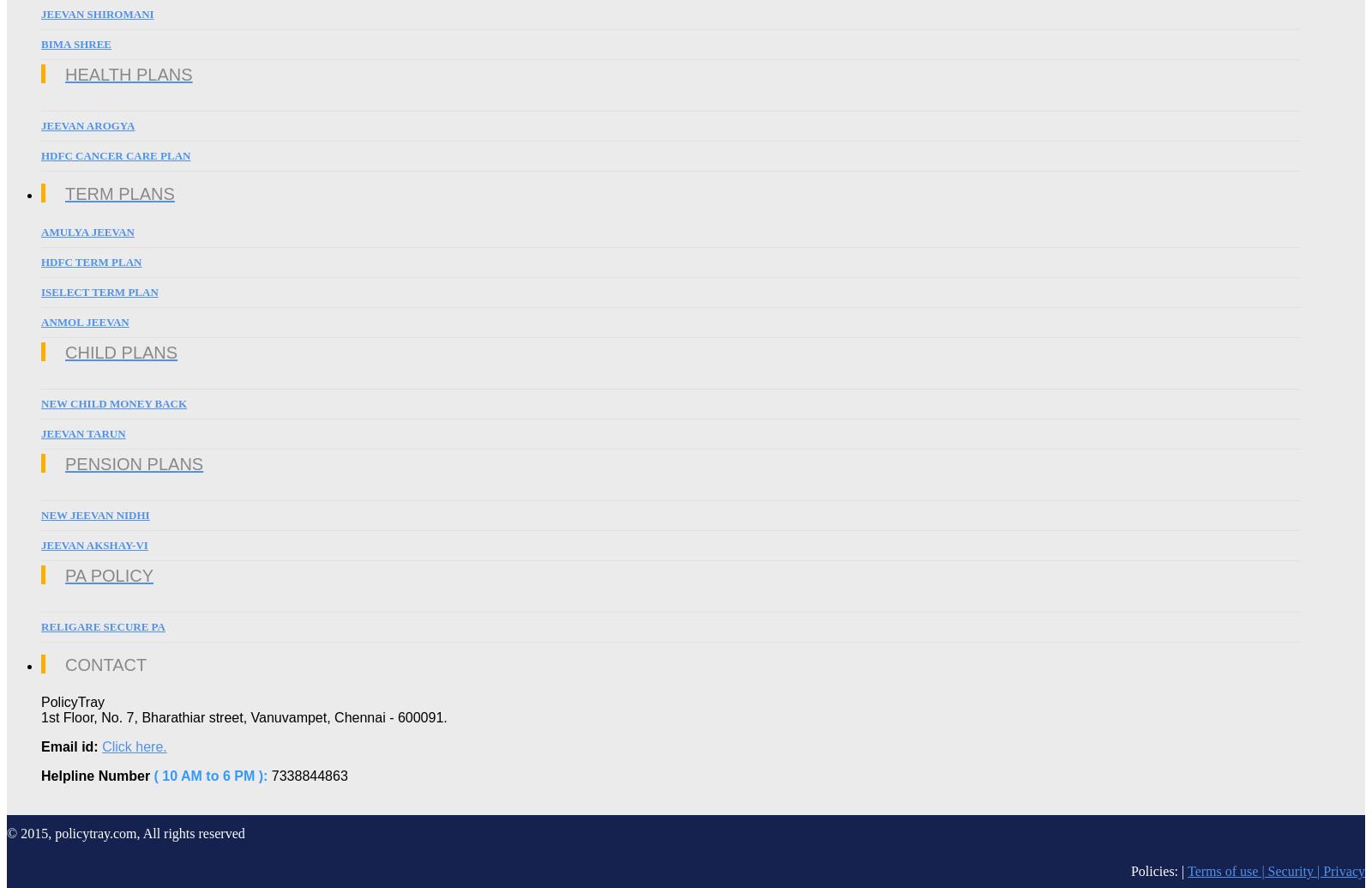 This screenshot has width=1372, height=888. I want to click on '( 10 AM to 6 PM ):', so click(210, 775).